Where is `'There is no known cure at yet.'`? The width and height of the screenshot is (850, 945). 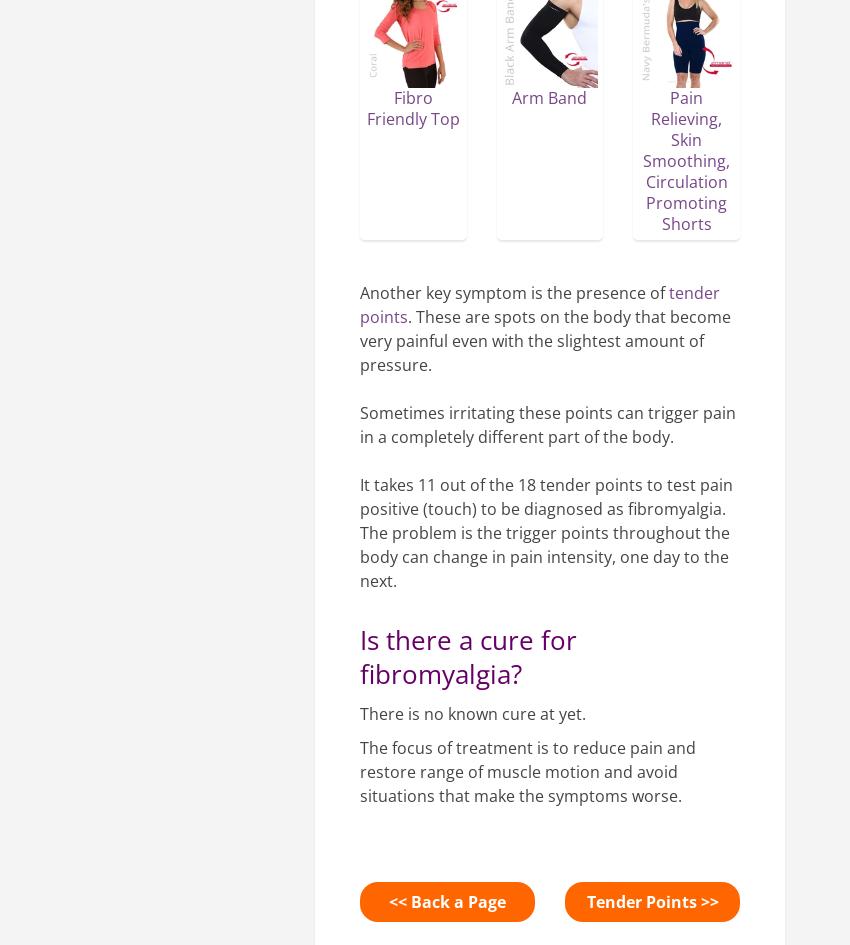 'There is no known cure at yet.' is located at coordinates (473, 713).